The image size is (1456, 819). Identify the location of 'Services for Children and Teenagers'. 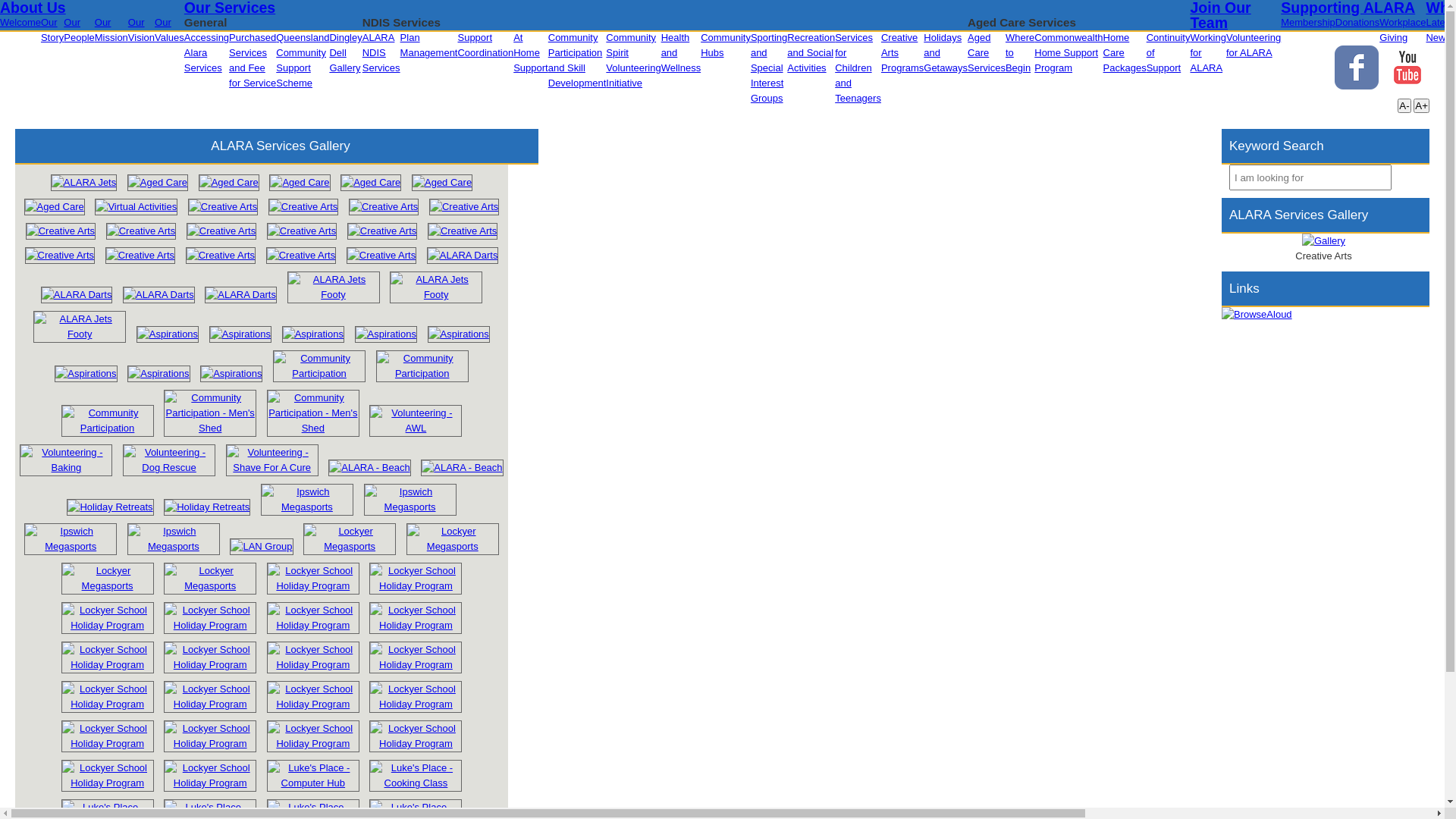
(858, 67).